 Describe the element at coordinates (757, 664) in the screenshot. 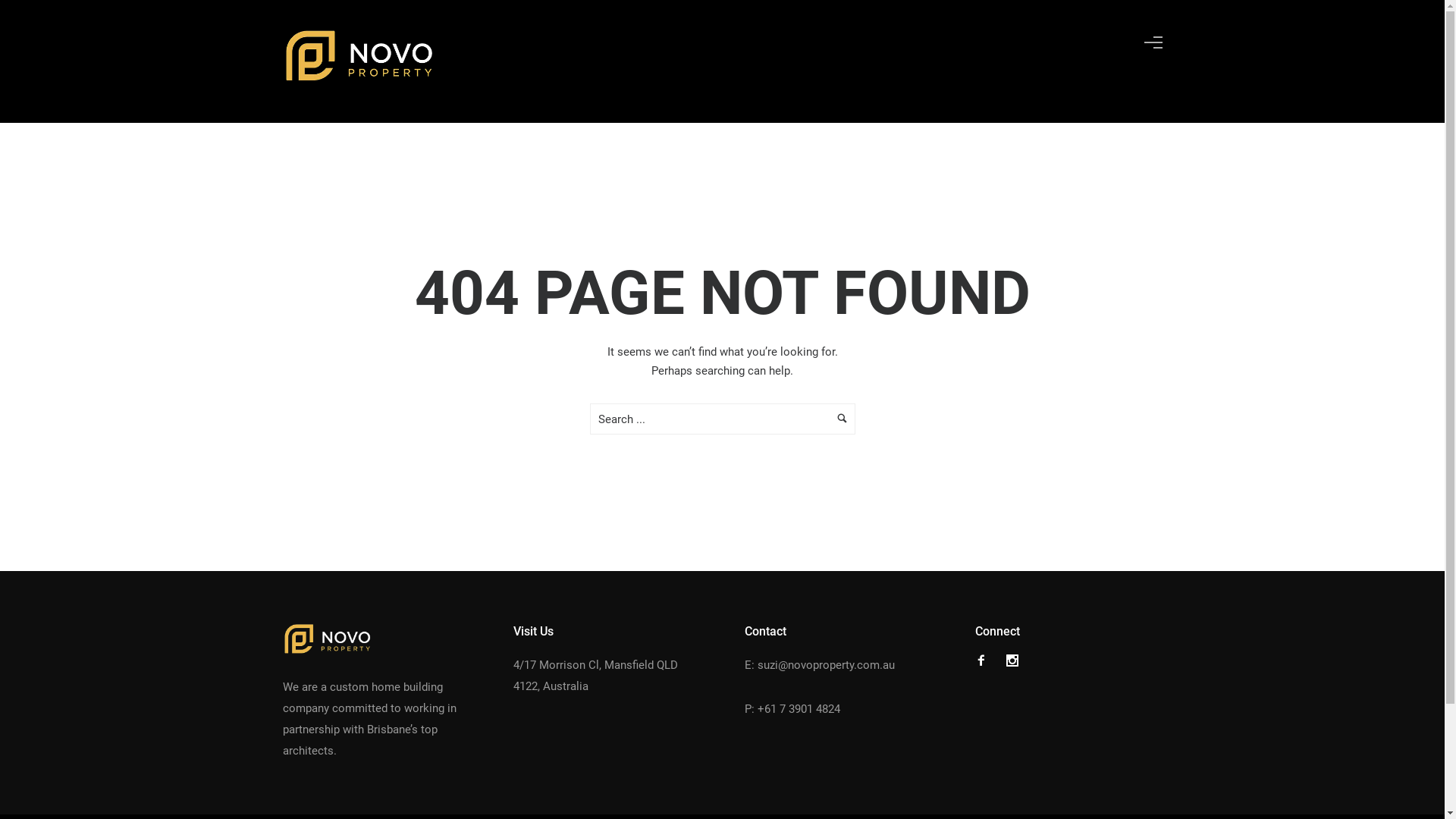

I see `'suzi@novoproperty.com.au'` at that location.